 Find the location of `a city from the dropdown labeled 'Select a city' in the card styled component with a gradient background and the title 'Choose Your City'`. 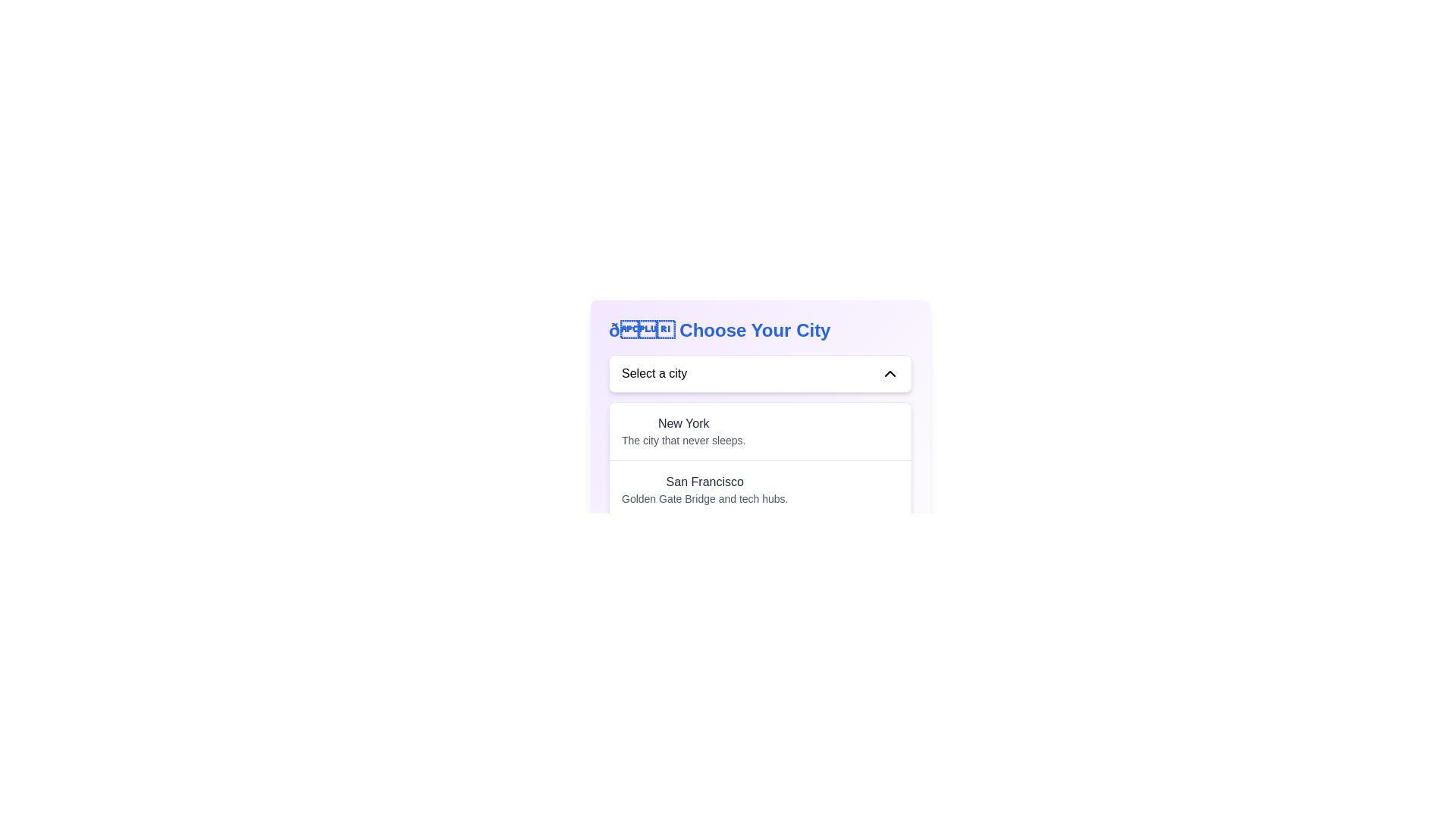

a city from the dropdown labeled 'Select a city' in the card styled component with a gradient background and the title 'Choose Your City' is located at coordinates (761, 476).